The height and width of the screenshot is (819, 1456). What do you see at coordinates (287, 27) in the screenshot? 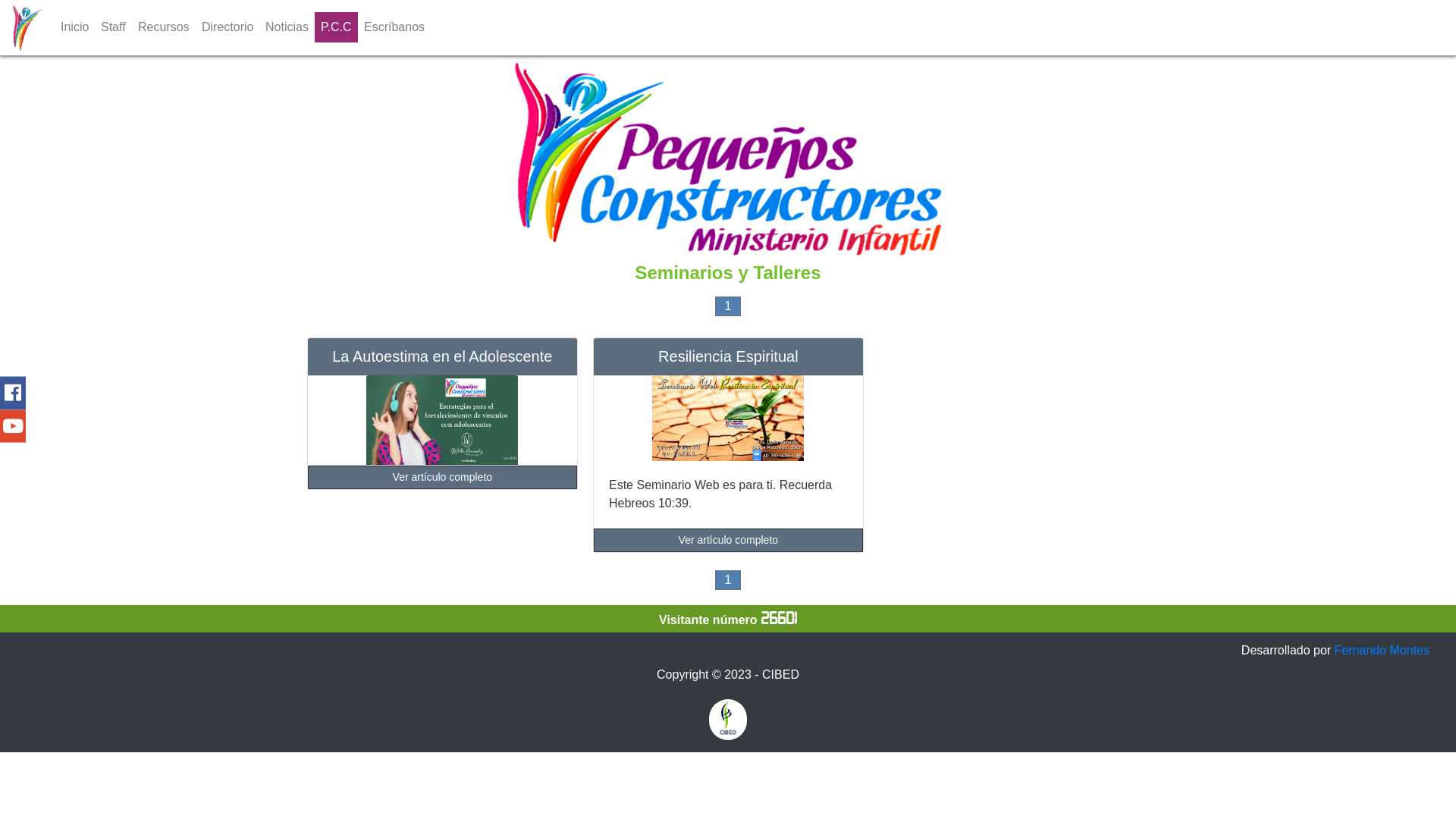
I see `'Noticias'` at bounding box center [287, 27].